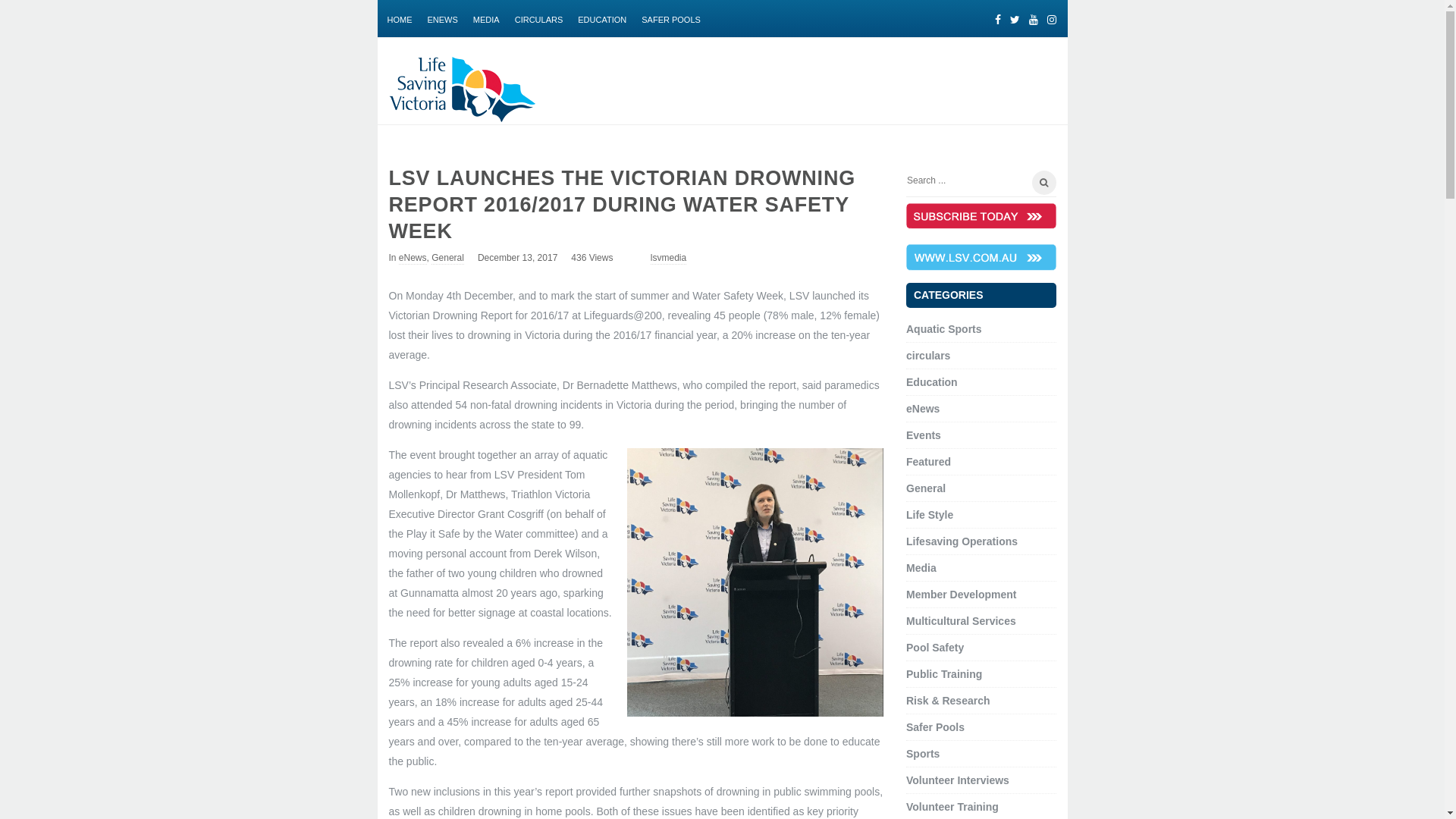 The height and width of the screenshot is (819, 1456). What do you see at coordinates (922, 754) in the screenshot?
I see `'Sports'` at bounding box center [922, 754].